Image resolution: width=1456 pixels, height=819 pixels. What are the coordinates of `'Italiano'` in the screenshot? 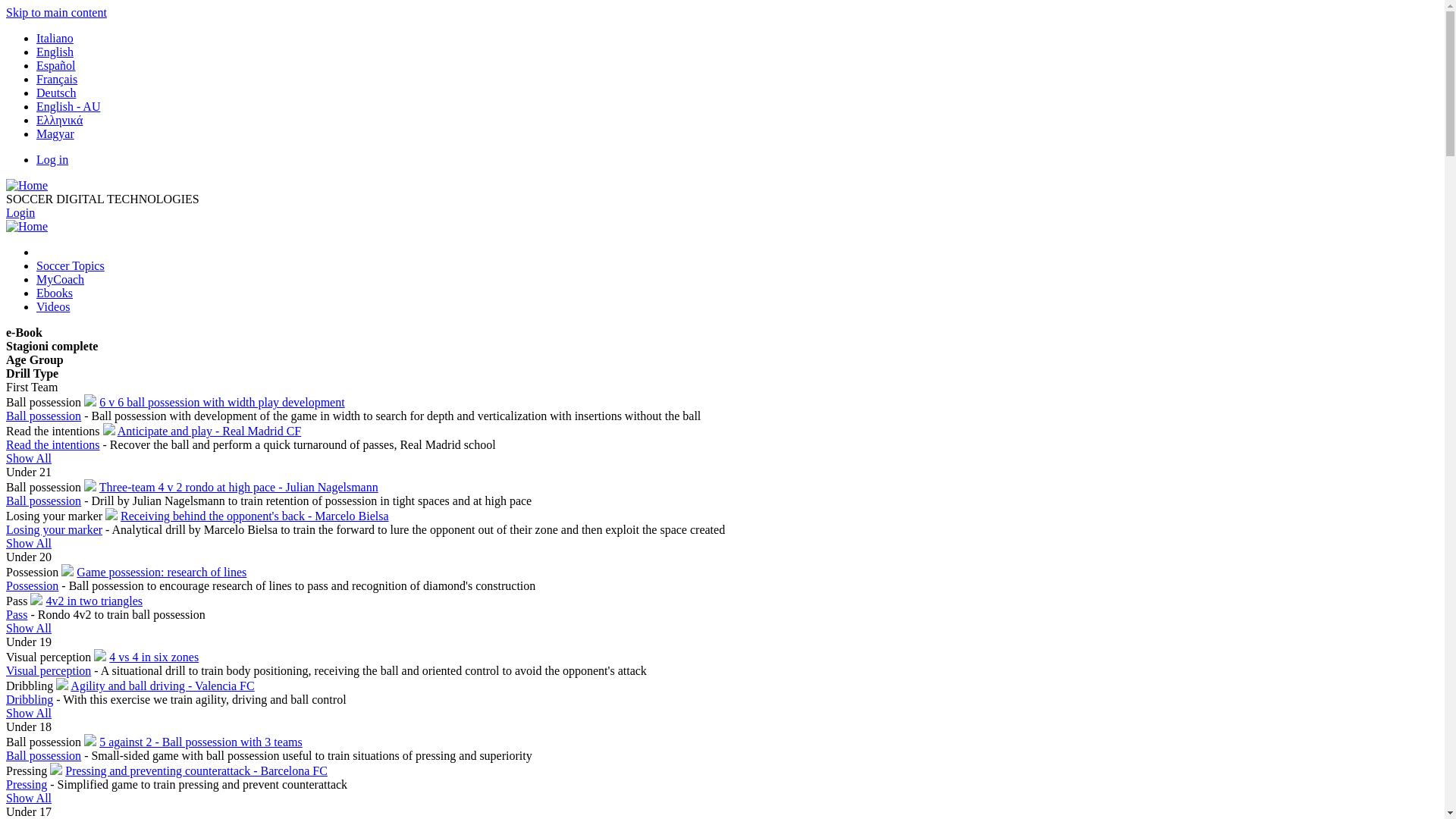 It's located at (55, 37).